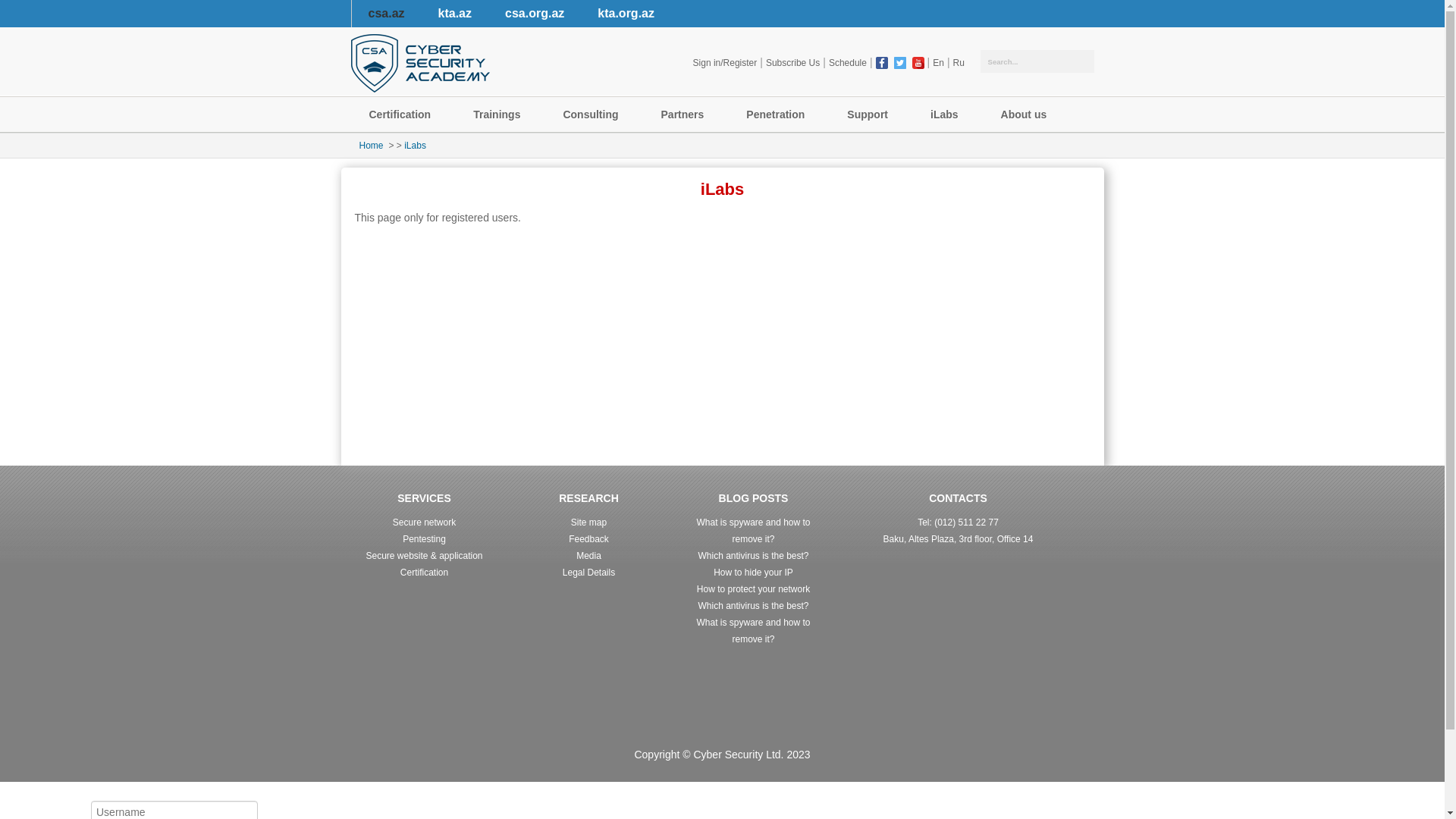 The width and height of the screenshot is (1456, 819). I want to click on 'Site map', so click(588, 522).